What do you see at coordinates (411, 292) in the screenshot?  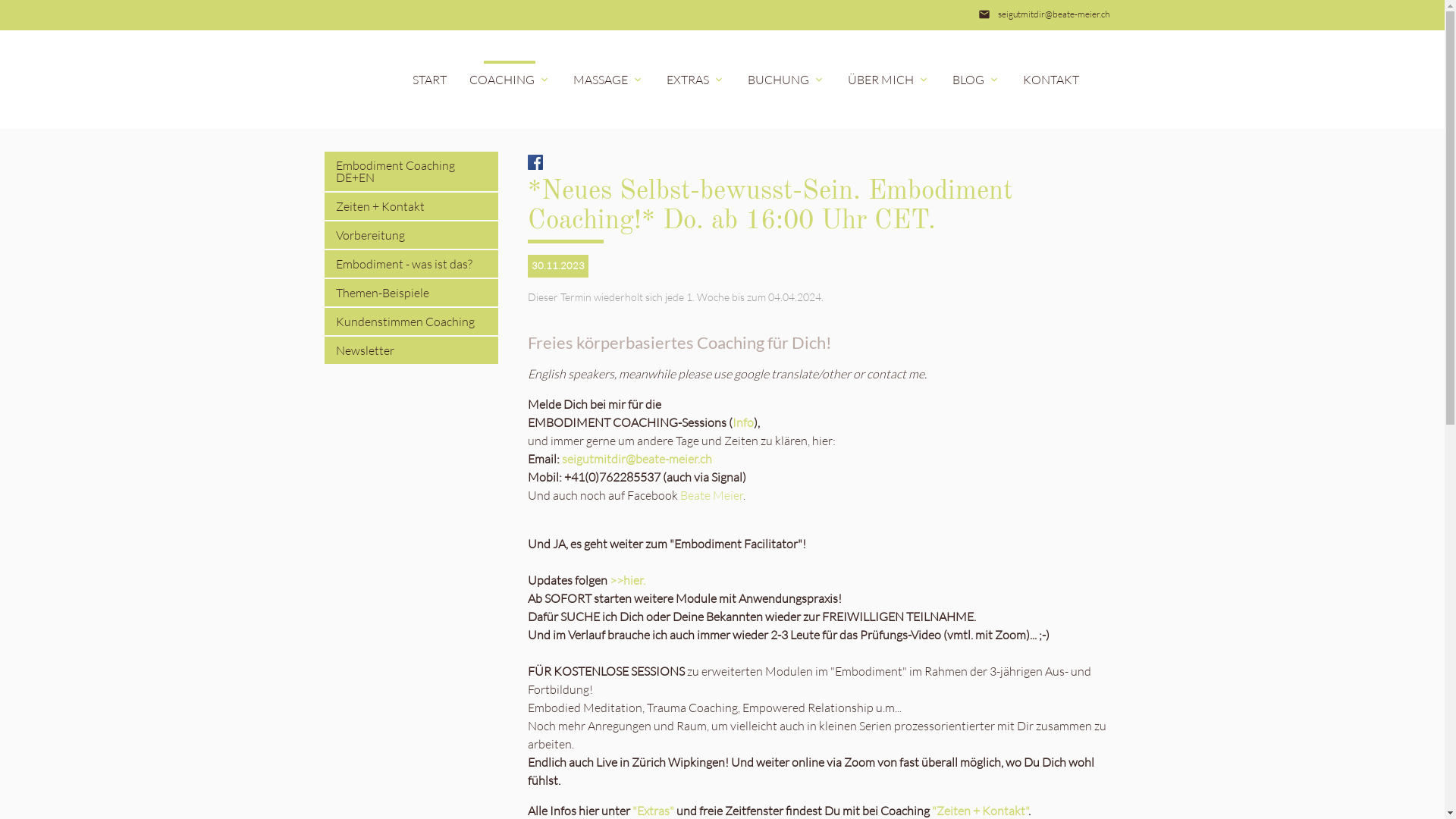 I see `'Themen-Beispiele'` at bounding box center [411, 292].